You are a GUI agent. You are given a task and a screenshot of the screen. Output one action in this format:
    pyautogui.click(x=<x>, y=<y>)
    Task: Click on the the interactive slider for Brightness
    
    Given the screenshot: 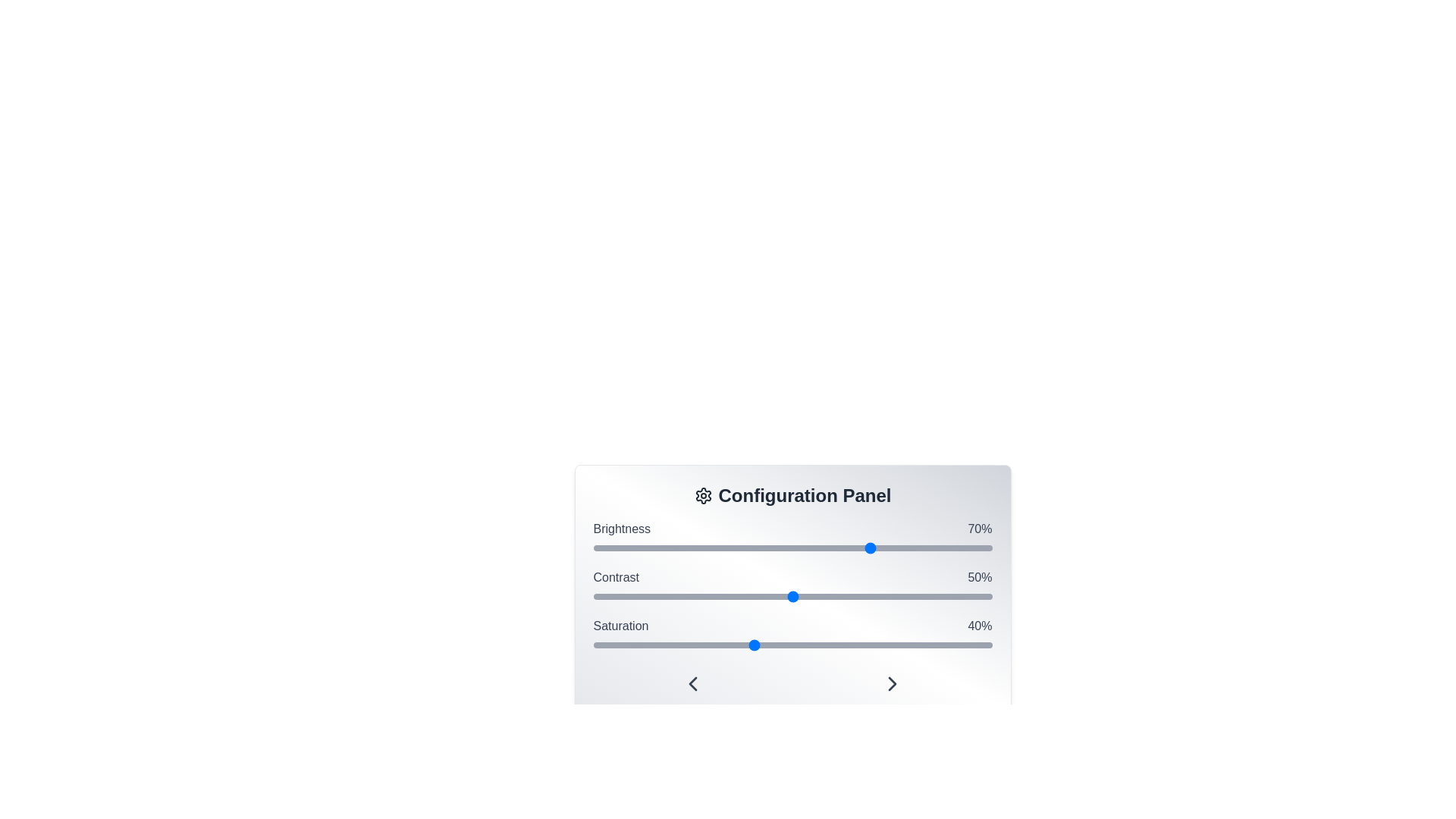 What is the action you would take?
    pyautogui.click(x=792, y=548)
    